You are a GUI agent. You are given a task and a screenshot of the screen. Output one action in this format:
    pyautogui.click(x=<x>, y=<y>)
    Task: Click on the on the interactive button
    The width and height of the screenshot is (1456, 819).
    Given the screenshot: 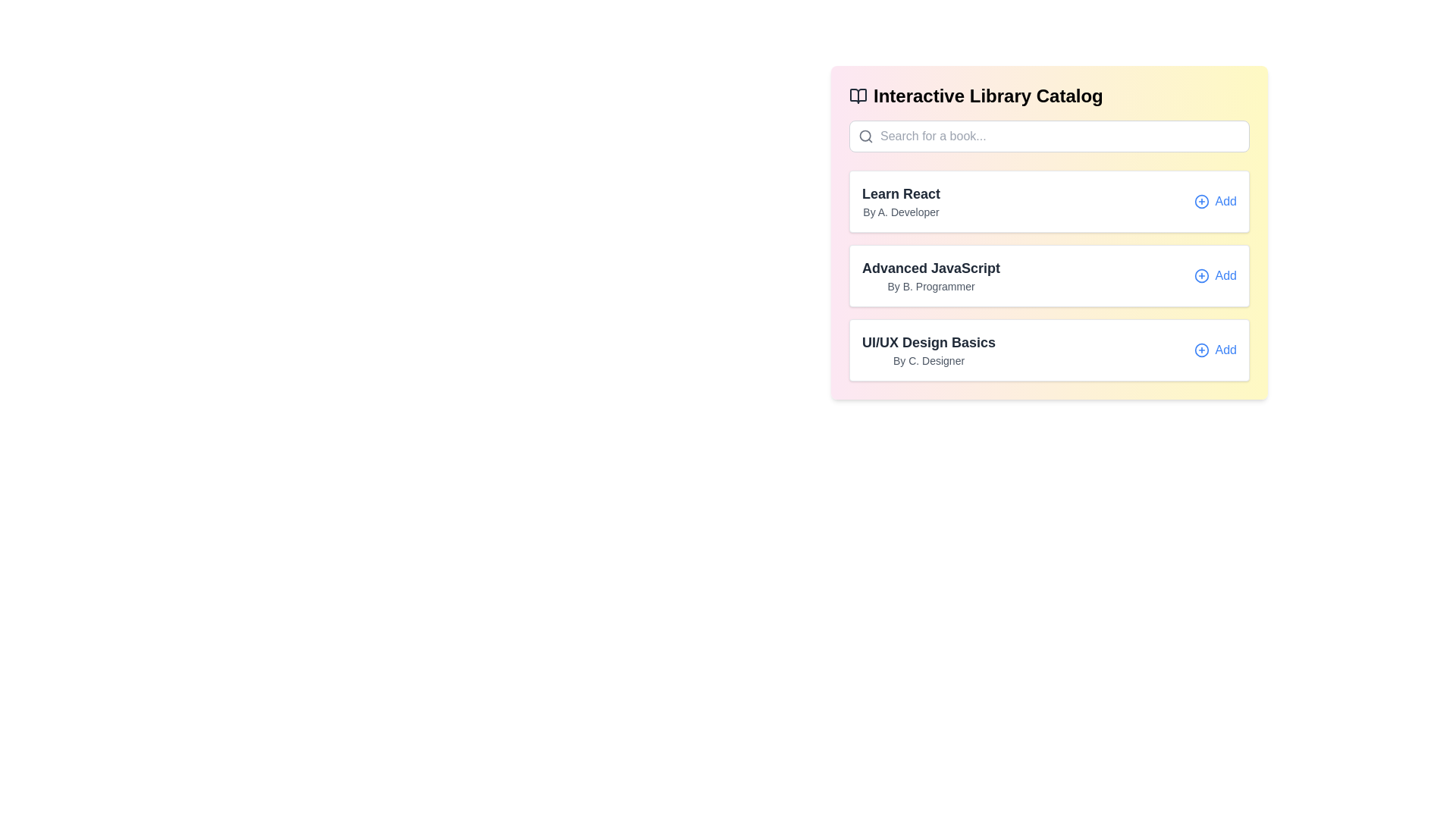 What is the action you would take?
    pyautogui.click(x=1215, y=201)
    